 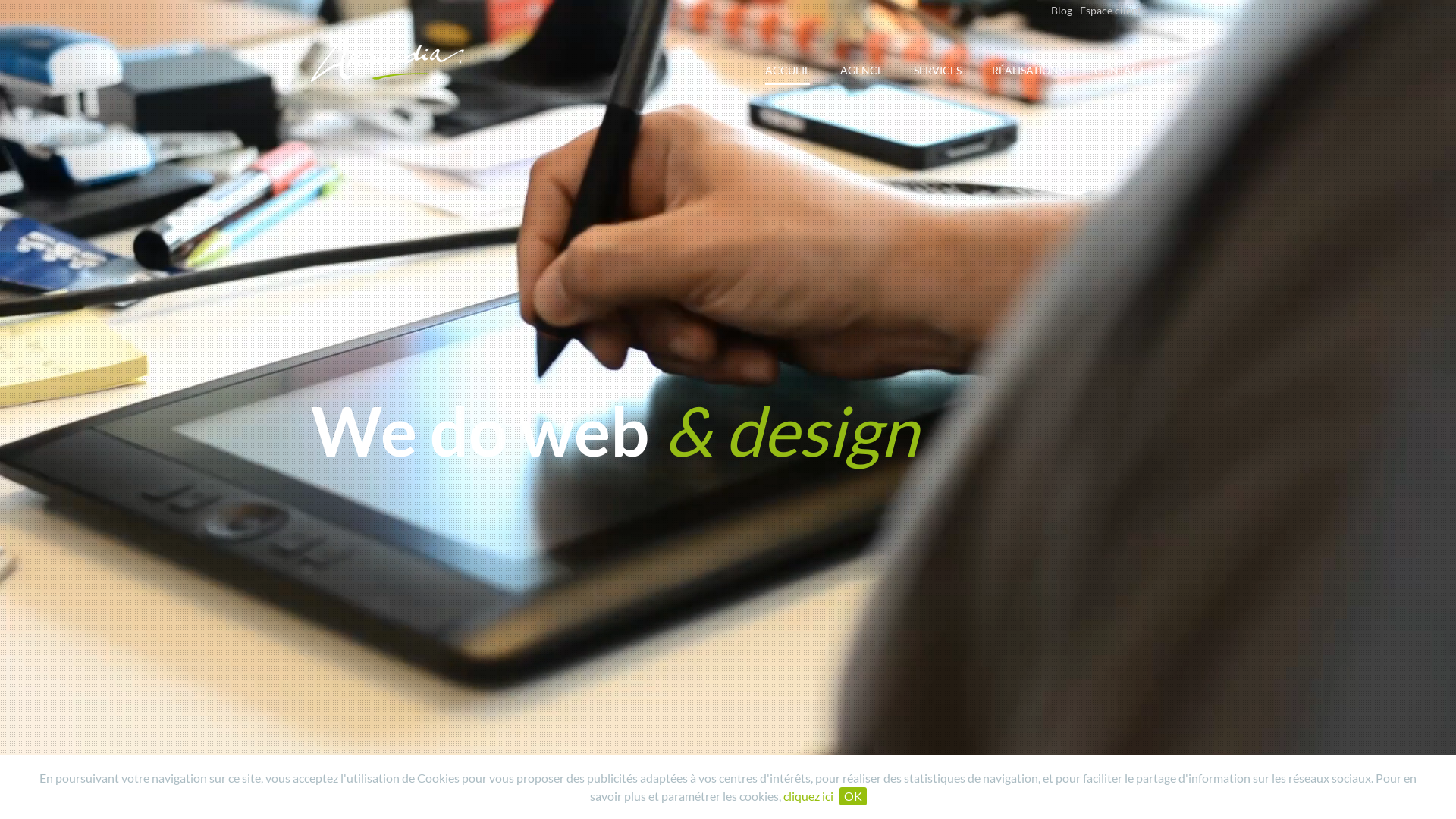 I want to click on 'OK', so click(x=852, y=795).